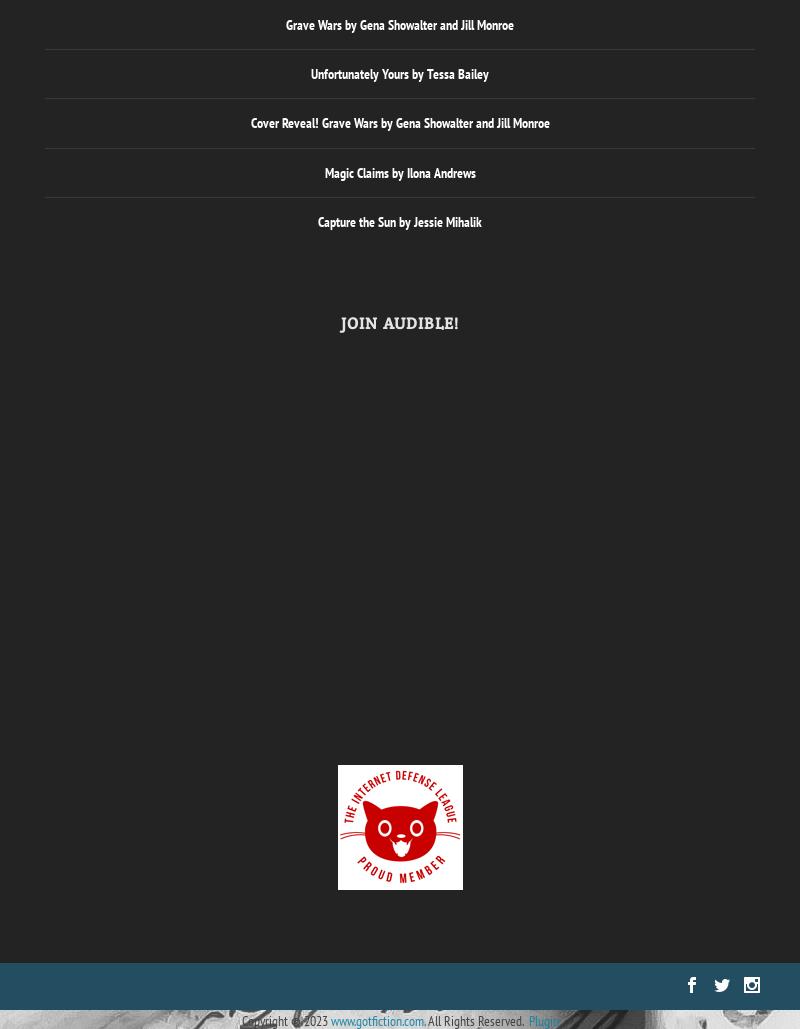 The image size is (800, 1029). What do you see at coordinates (309, 73) in the screenshot?
I see `'Unfortunately Yours by Tessa Bailey'` at bounding box center [309, 73].